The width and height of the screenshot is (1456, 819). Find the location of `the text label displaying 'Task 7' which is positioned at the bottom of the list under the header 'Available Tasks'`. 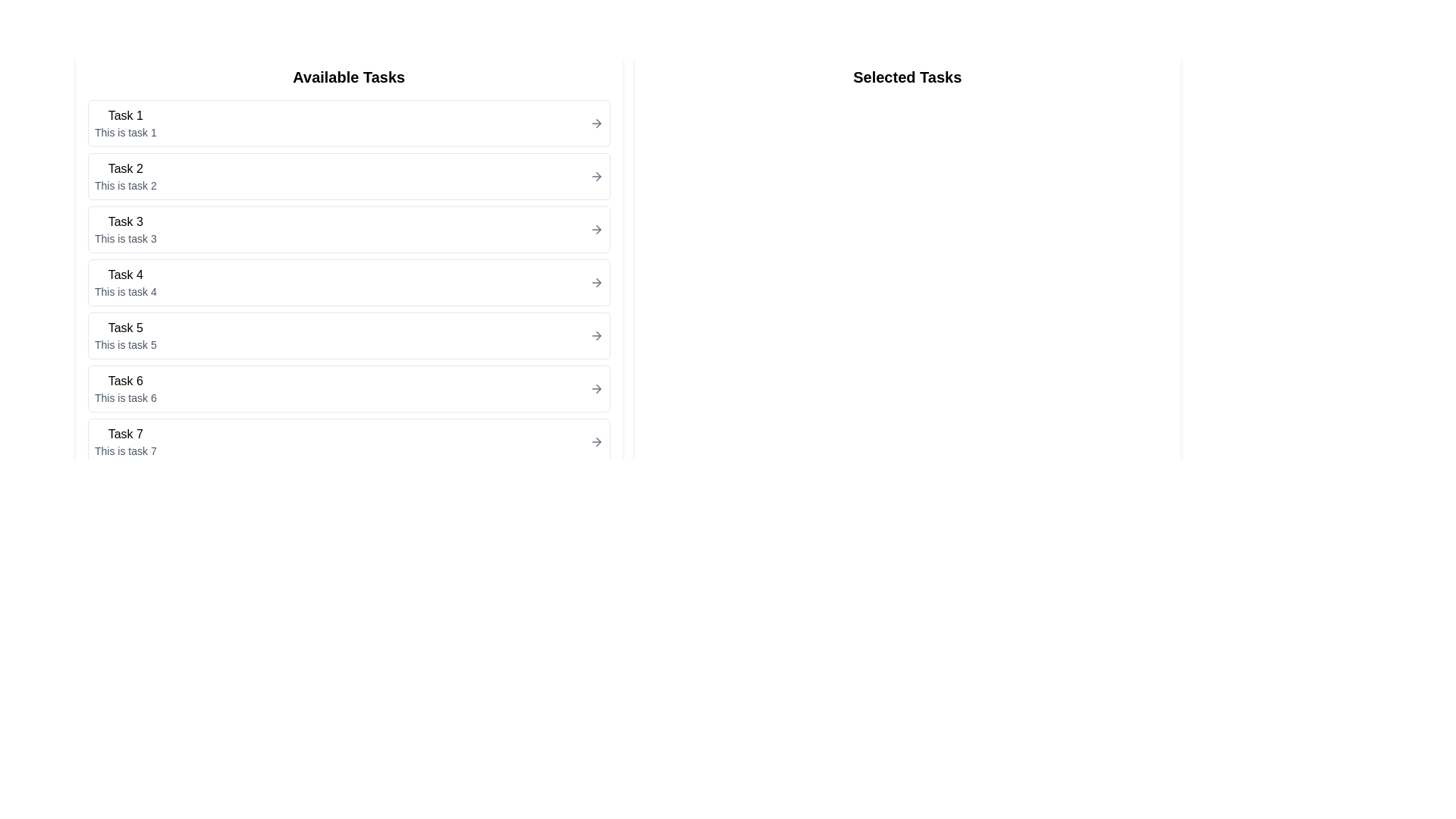

the text label displaying 'Task 7' which is positioned at the bottom of the list under the header 'Available Tasks' is located at coordinates (125, 435).